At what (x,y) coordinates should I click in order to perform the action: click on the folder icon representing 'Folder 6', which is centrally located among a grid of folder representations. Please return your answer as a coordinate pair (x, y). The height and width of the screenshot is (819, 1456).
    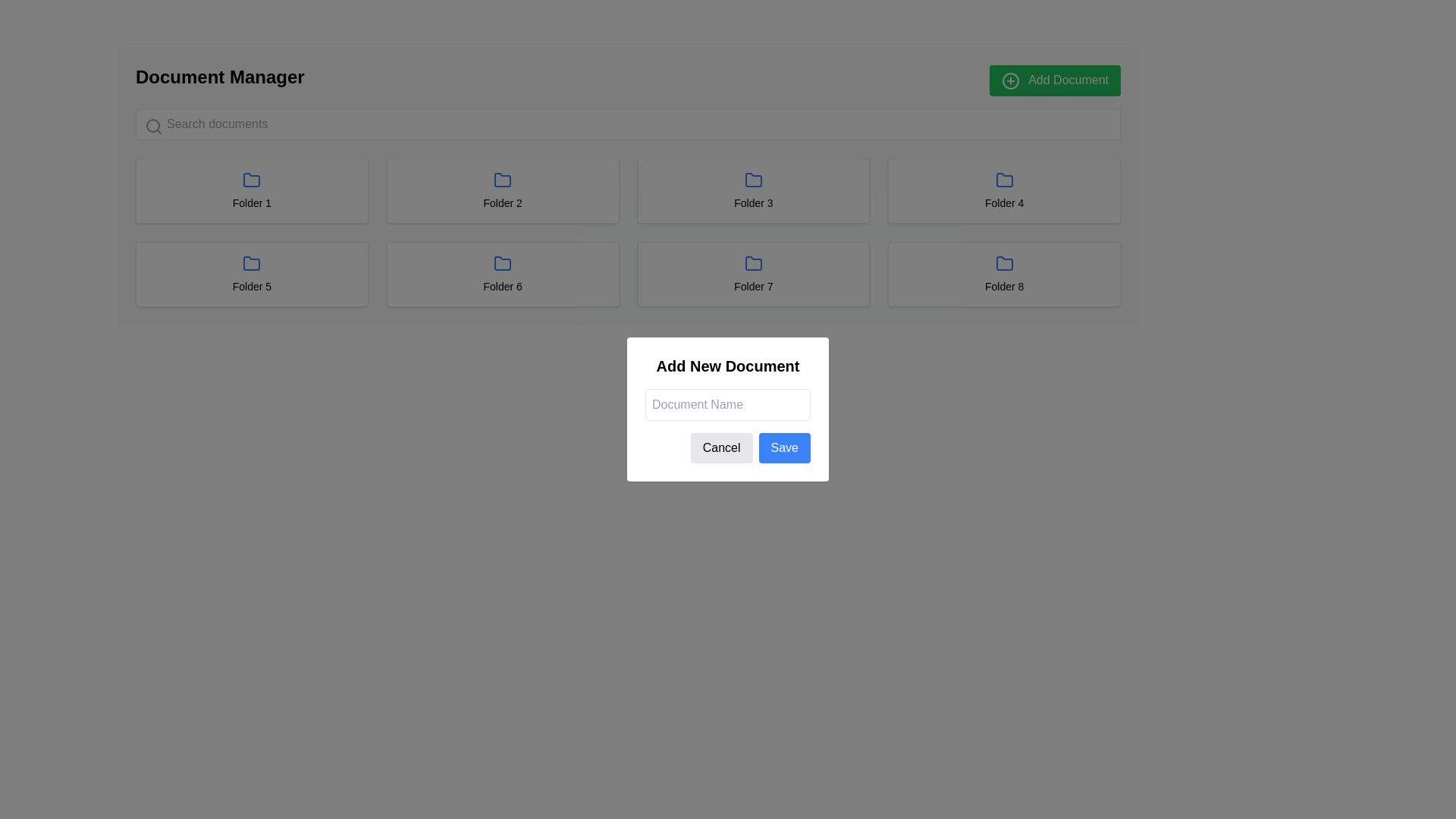
    Looking at the image, I should click on (503, 262).